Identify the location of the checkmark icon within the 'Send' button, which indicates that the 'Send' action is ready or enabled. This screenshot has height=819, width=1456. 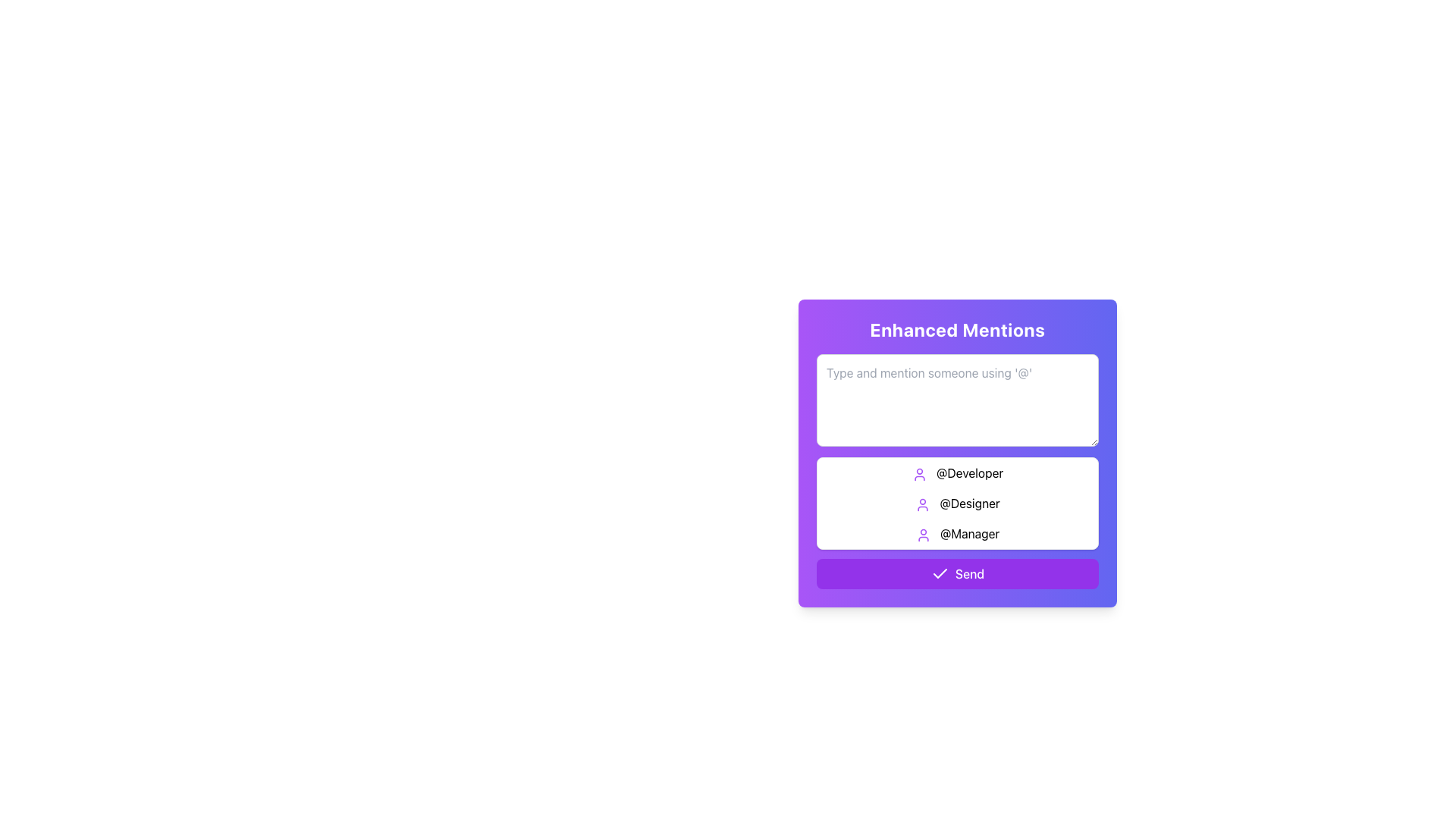
(939, 573).